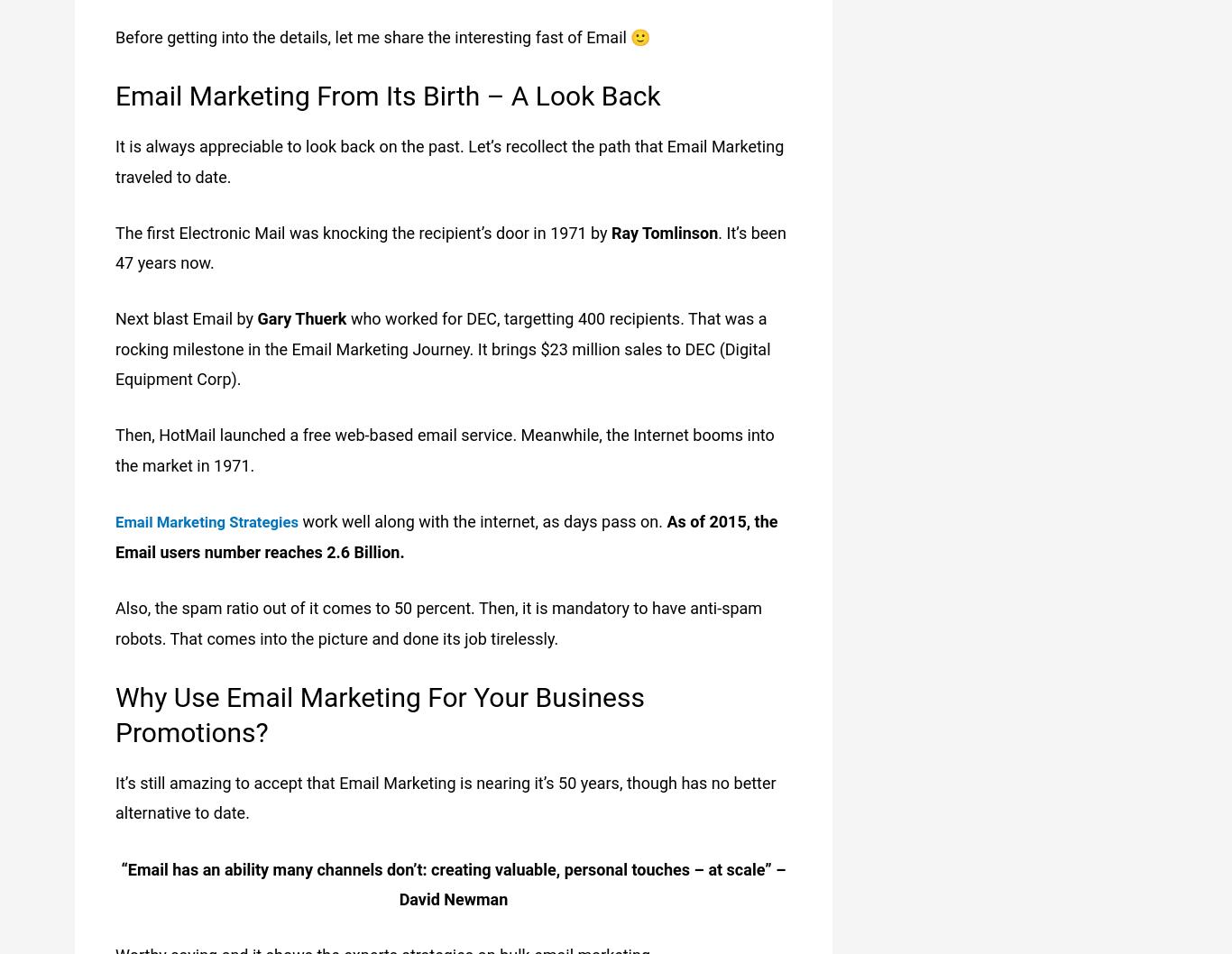  What do you see at coordinates (450, 246) in the screenshot?
I see `'. It’s been 47 years now.'` at bounding box center [450, 246].